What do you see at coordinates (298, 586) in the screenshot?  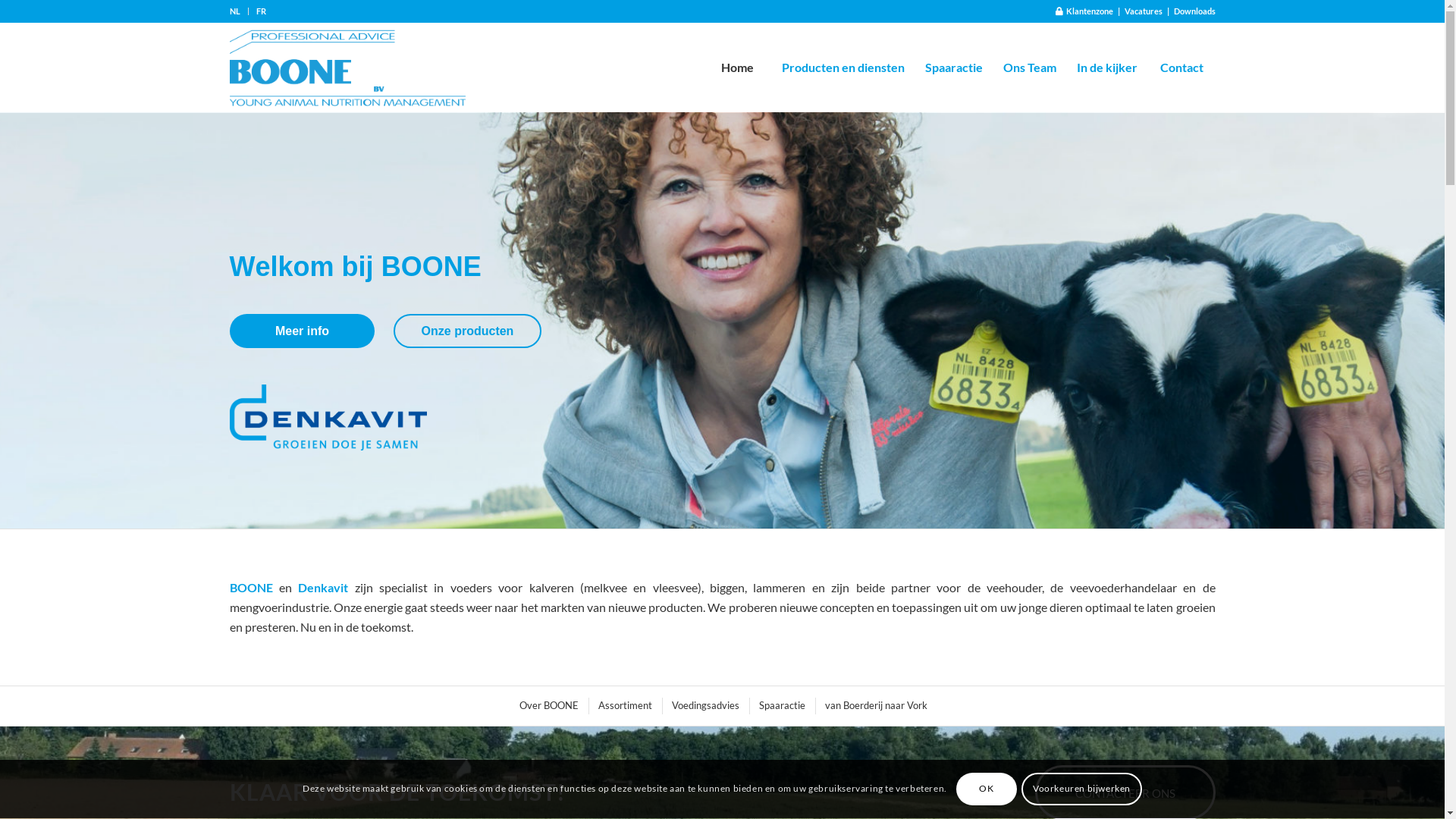 I see `'Denkavit'` at bounding box center [298, 586].